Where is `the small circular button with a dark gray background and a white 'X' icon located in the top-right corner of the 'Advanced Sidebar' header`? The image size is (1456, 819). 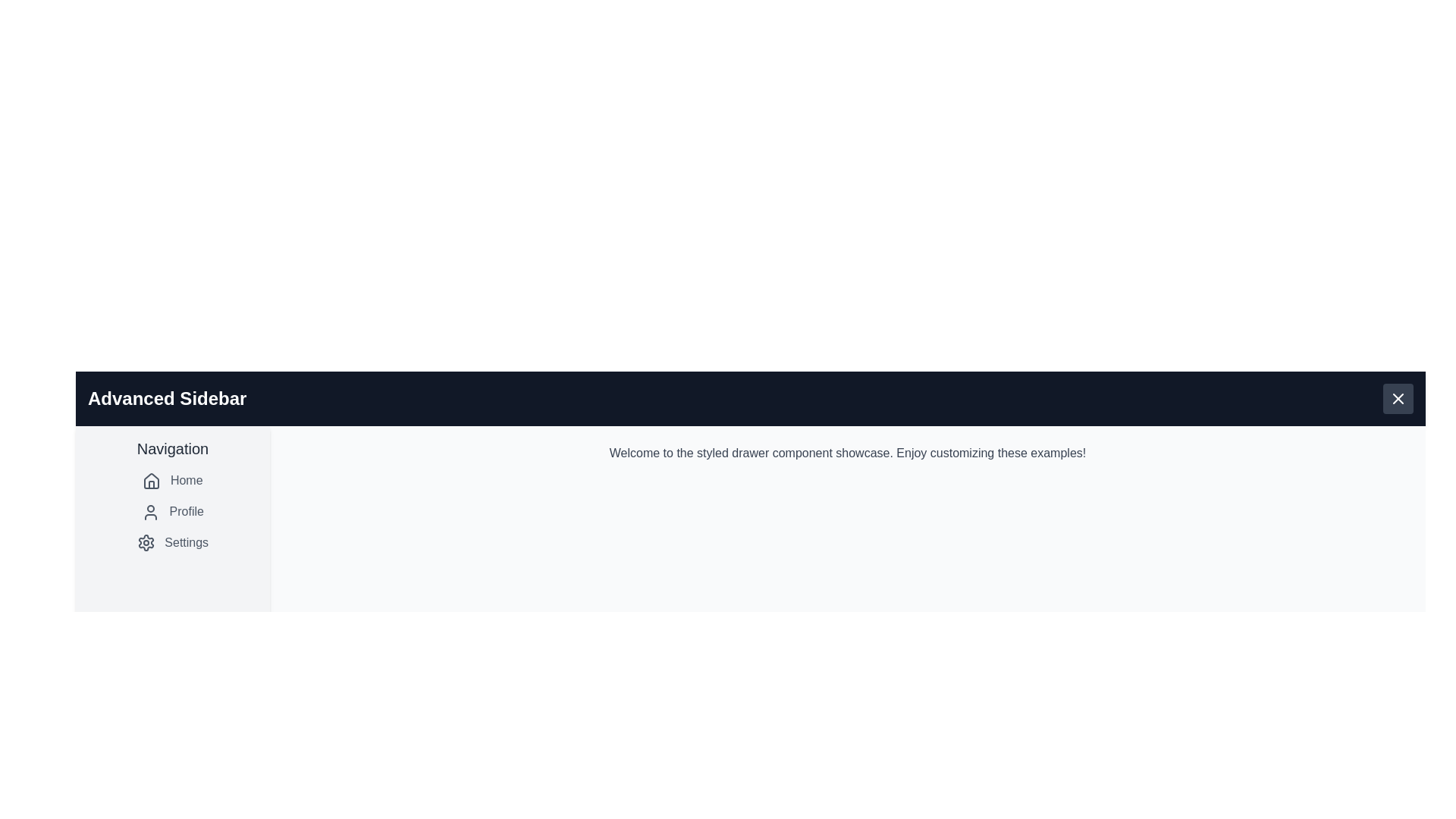
the small circular button with a dark gray background and a white 'X' icon located in the top-right corner of the 'Advanced Sidebar' header is located at coordinates (1397, 397).